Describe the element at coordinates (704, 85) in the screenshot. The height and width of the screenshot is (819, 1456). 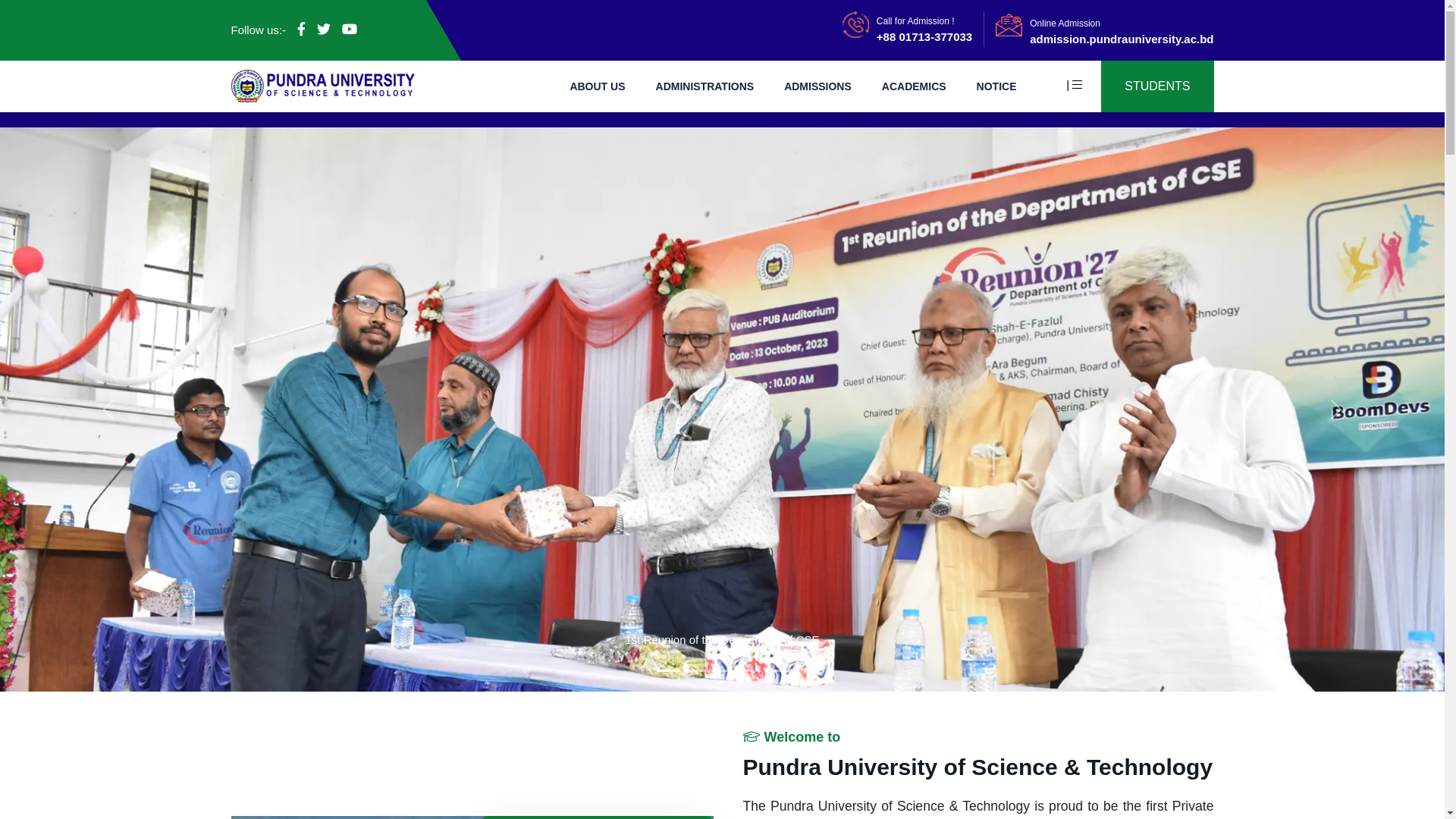
I see `'ADMINISTRATIONS'` at that location.